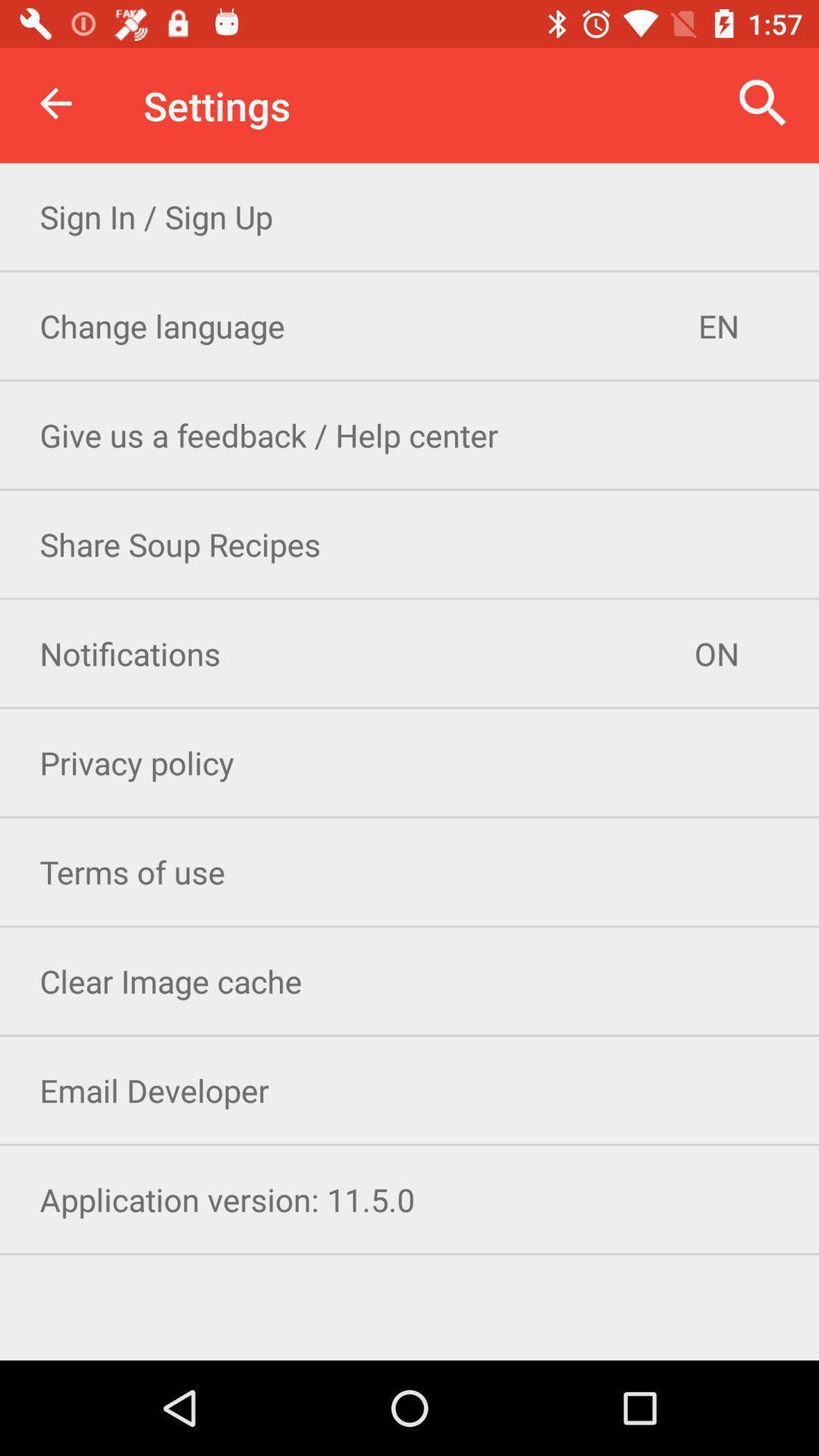  Describe the element at coordinates (763, 102) in the screenshot. I see `the icon to the right of settings` at that location.